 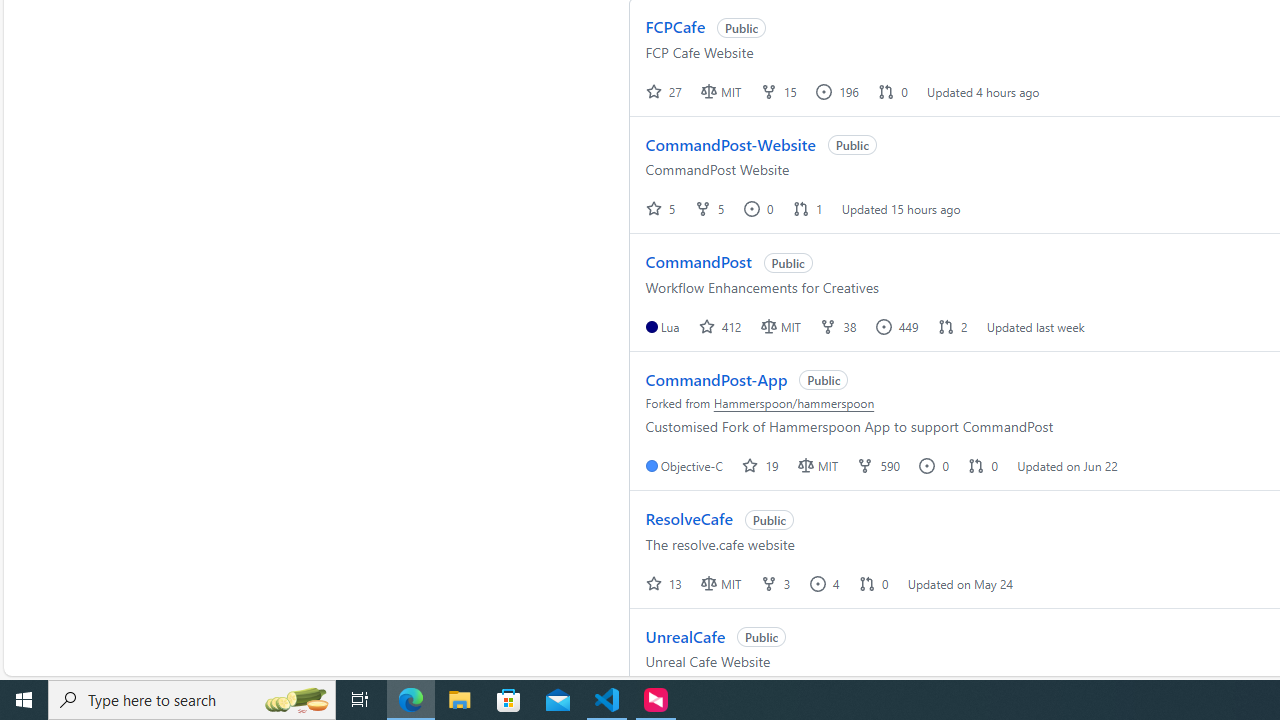 I want to click on ' 196 ', so click(x=839, y=91).